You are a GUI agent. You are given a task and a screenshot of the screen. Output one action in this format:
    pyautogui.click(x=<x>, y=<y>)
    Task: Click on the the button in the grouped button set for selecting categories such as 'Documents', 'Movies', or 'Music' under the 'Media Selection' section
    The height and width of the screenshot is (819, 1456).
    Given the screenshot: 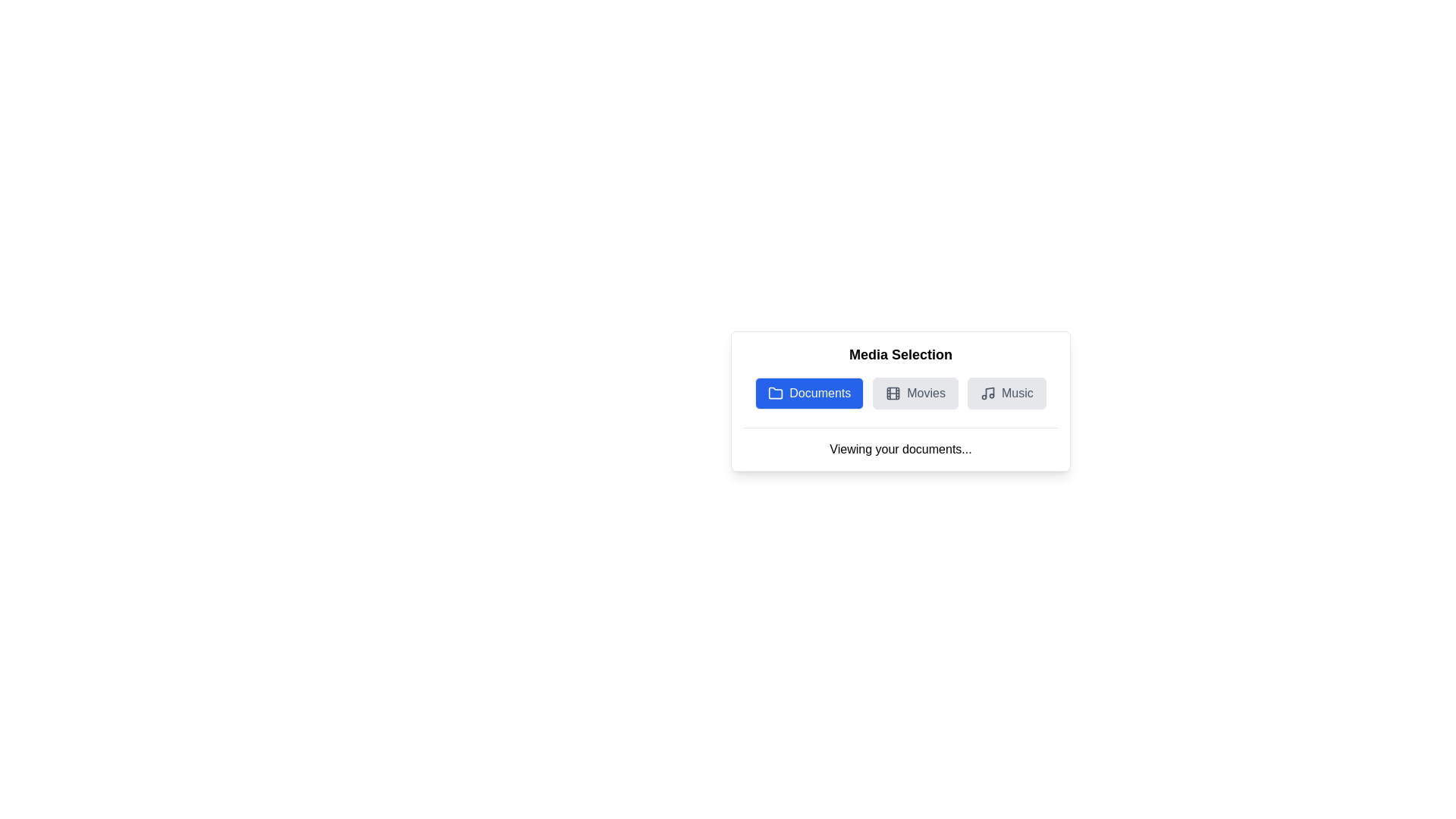 What is the action you would take?
    pyautogui.click(x=901, y=393)
    